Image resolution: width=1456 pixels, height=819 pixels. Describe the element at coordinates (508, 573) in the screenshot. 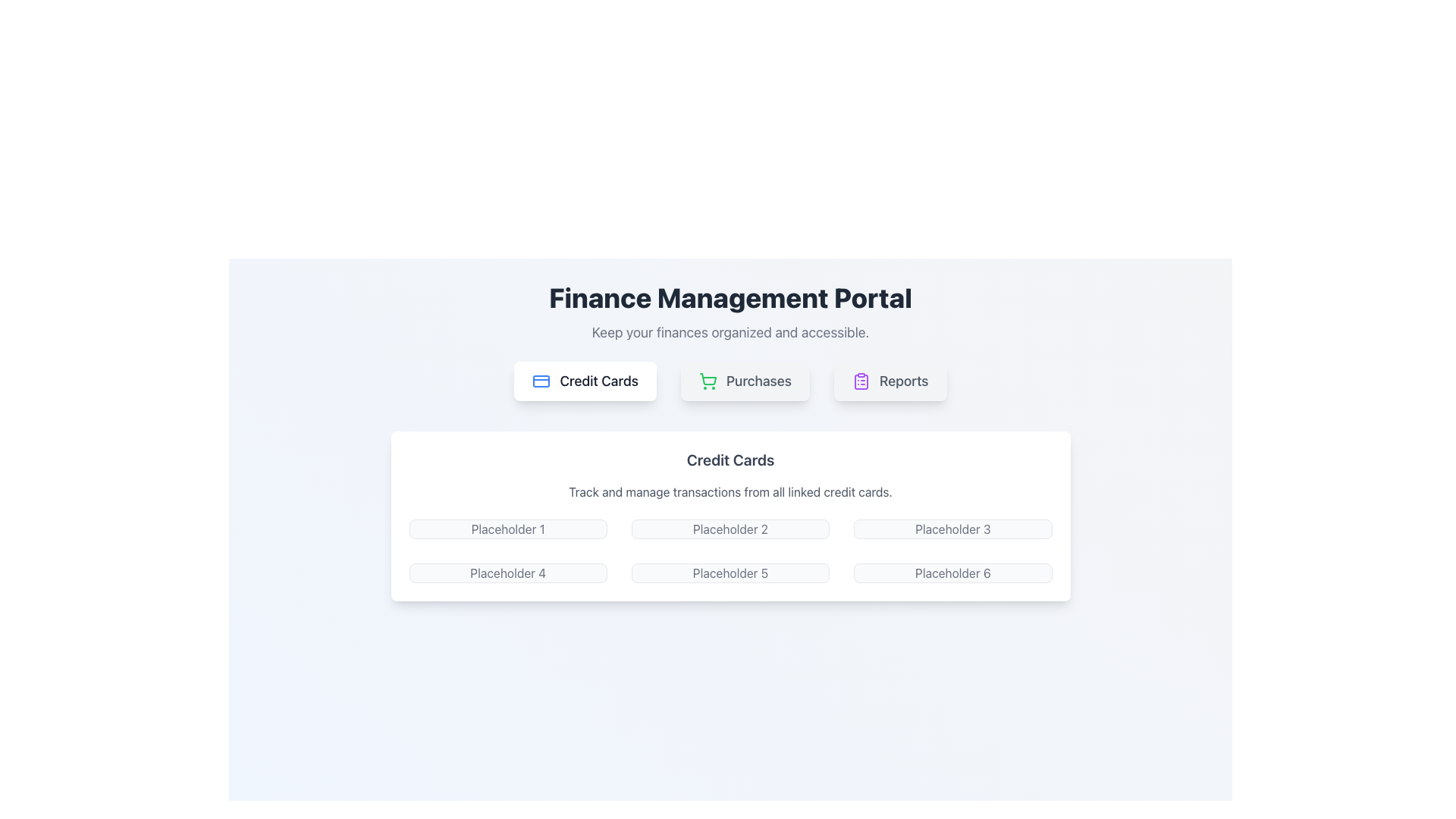

I see `the label component indicating 'Credit Cards' in the bottom row of the grid layout` at that location.